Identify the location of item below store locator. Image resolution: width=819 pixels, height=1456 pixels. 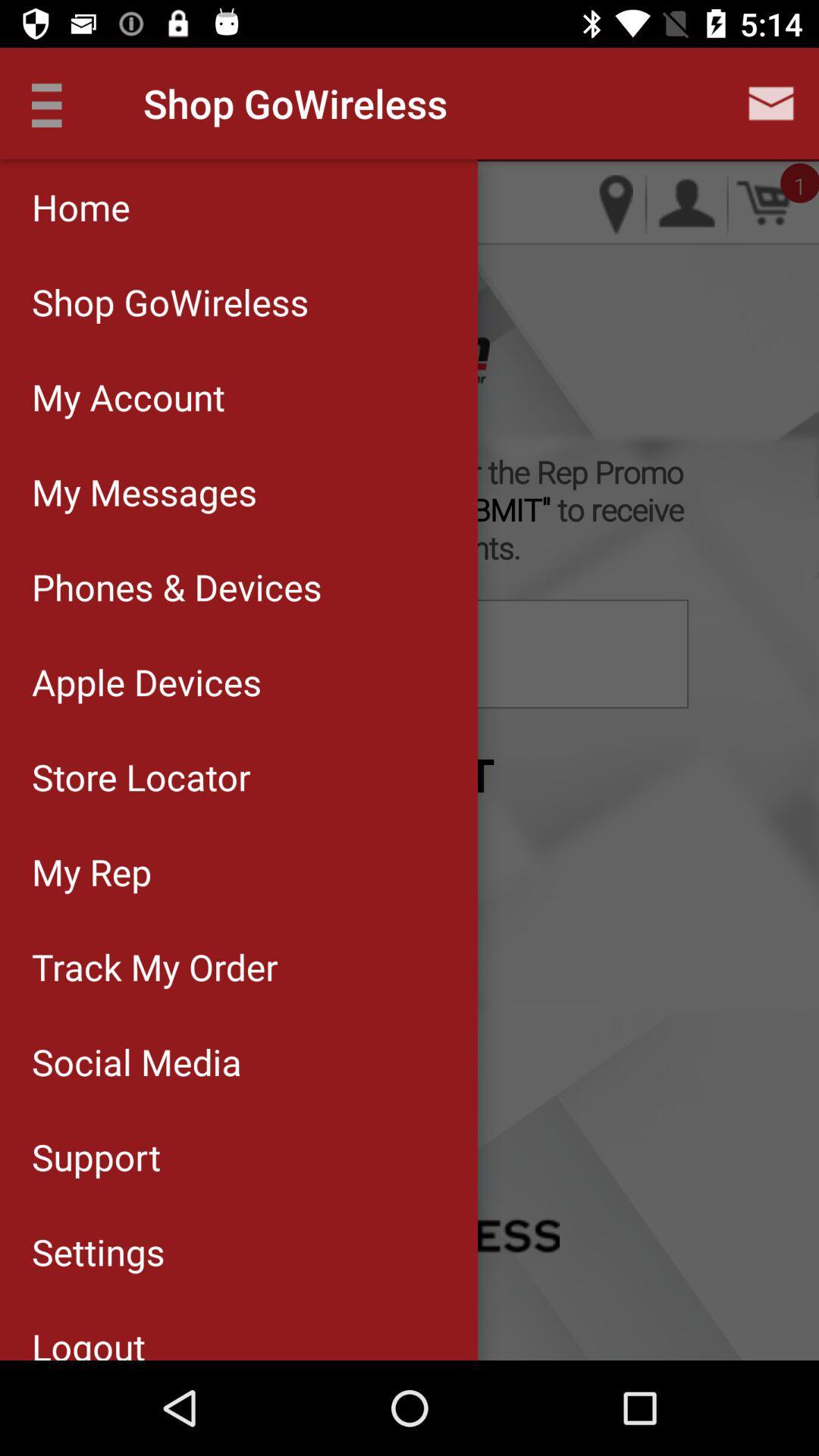
(239, 871).